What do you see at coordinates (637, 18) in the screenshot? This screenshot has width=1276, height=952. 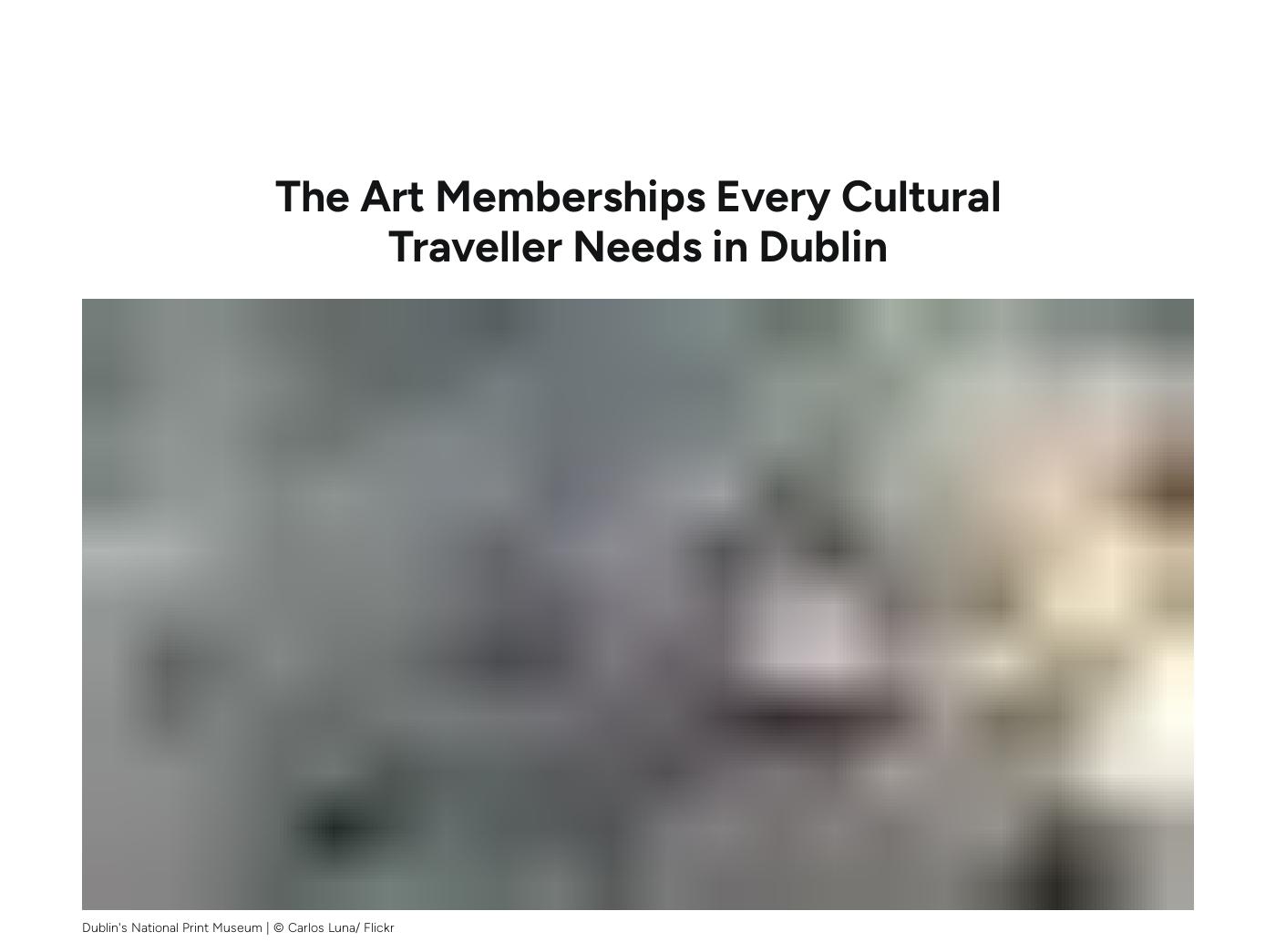 I see `'Black Friday Offer: Save up to $956 on Our Most Popular Trips! Limited Spots. Book today.'` at bounding box center [637, 18].